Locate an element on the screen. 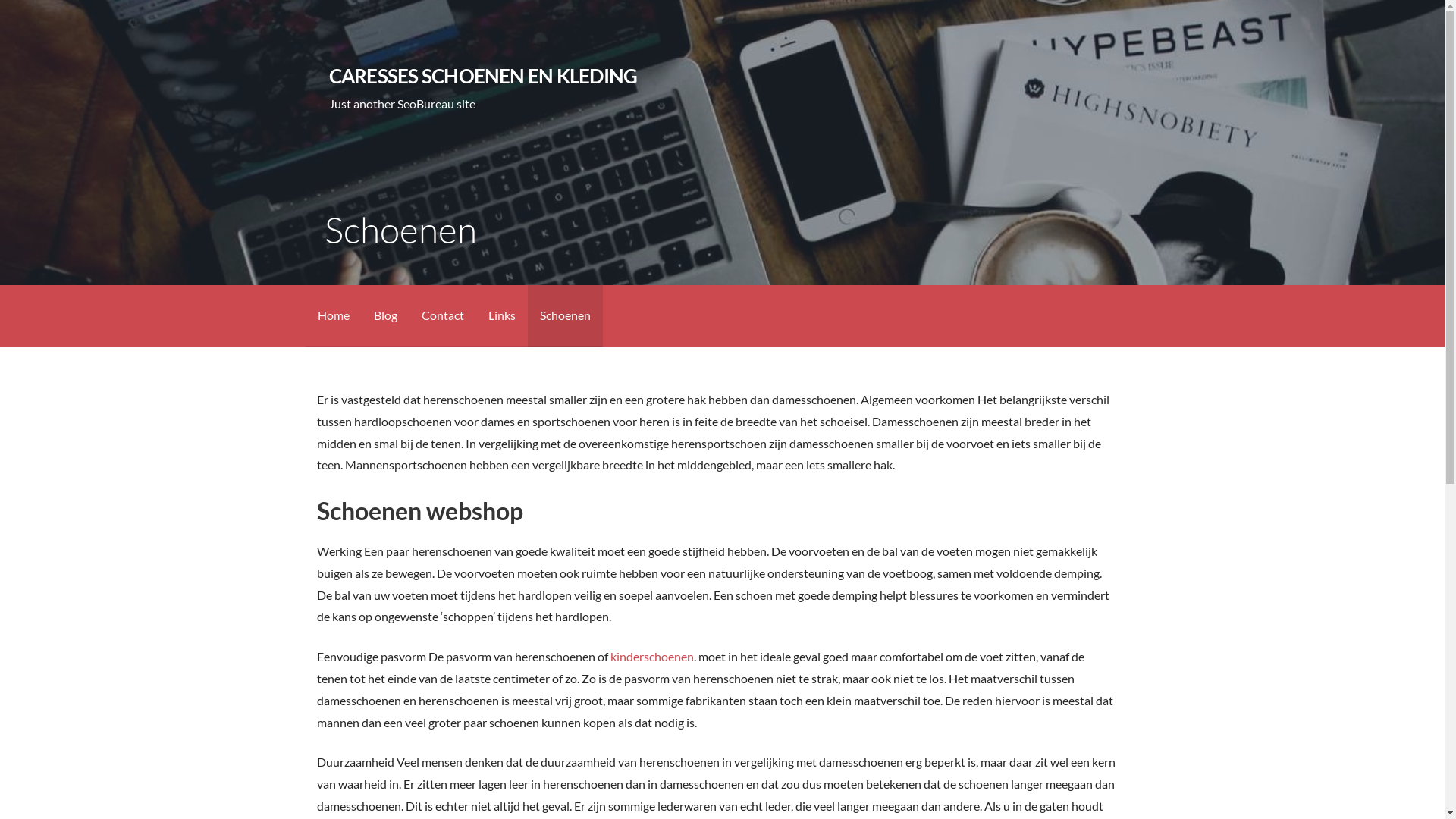  'Contact' is located at coordinates (409, 315).